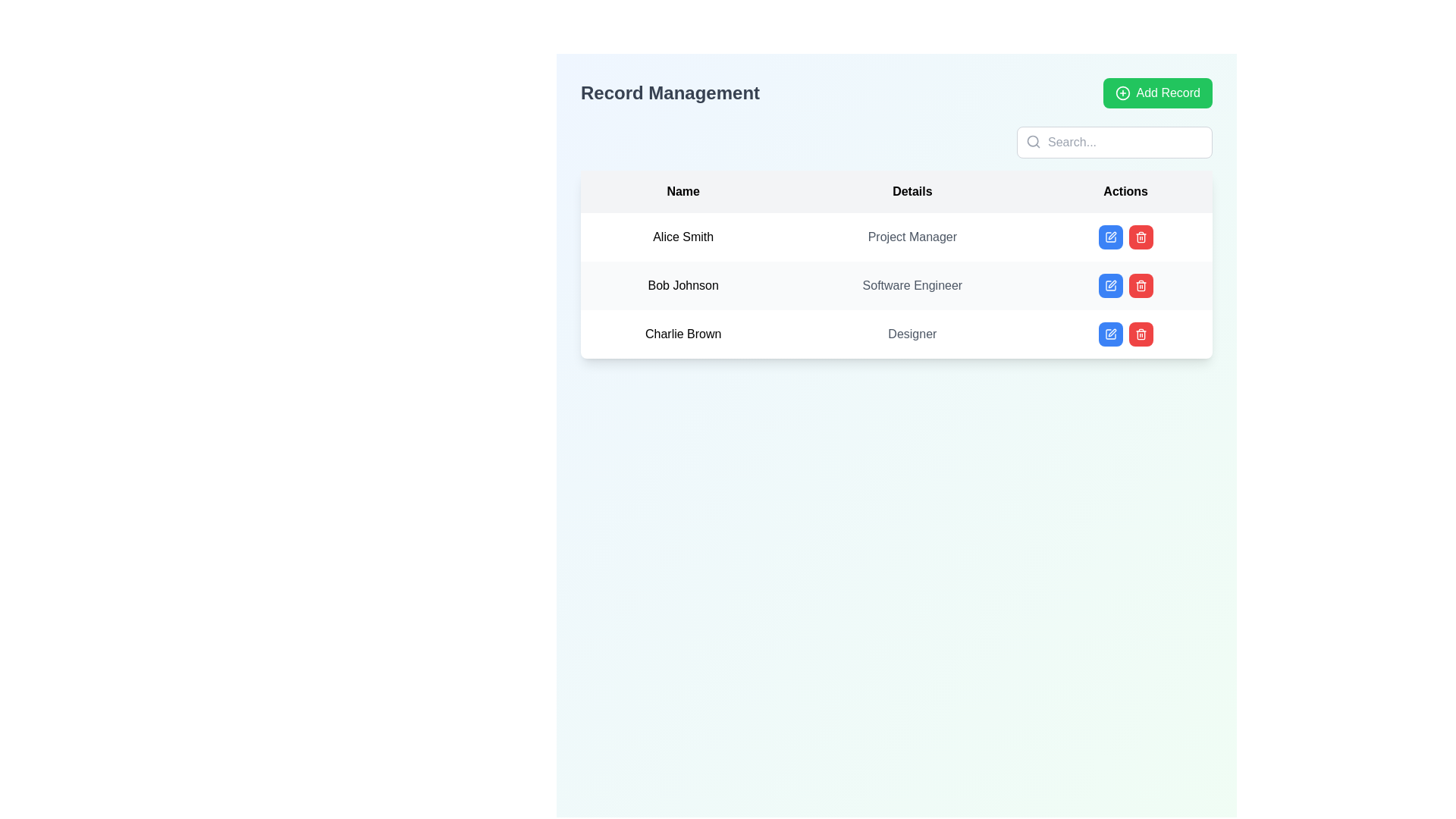 The image size is (1456, 819). Describe the element at coordinates (1141, 333) in the screenshot. I see `the red rectangular button with a trash can icon in the 'Actions' column of the 'Charlie Brown - Designer' row` at that location.